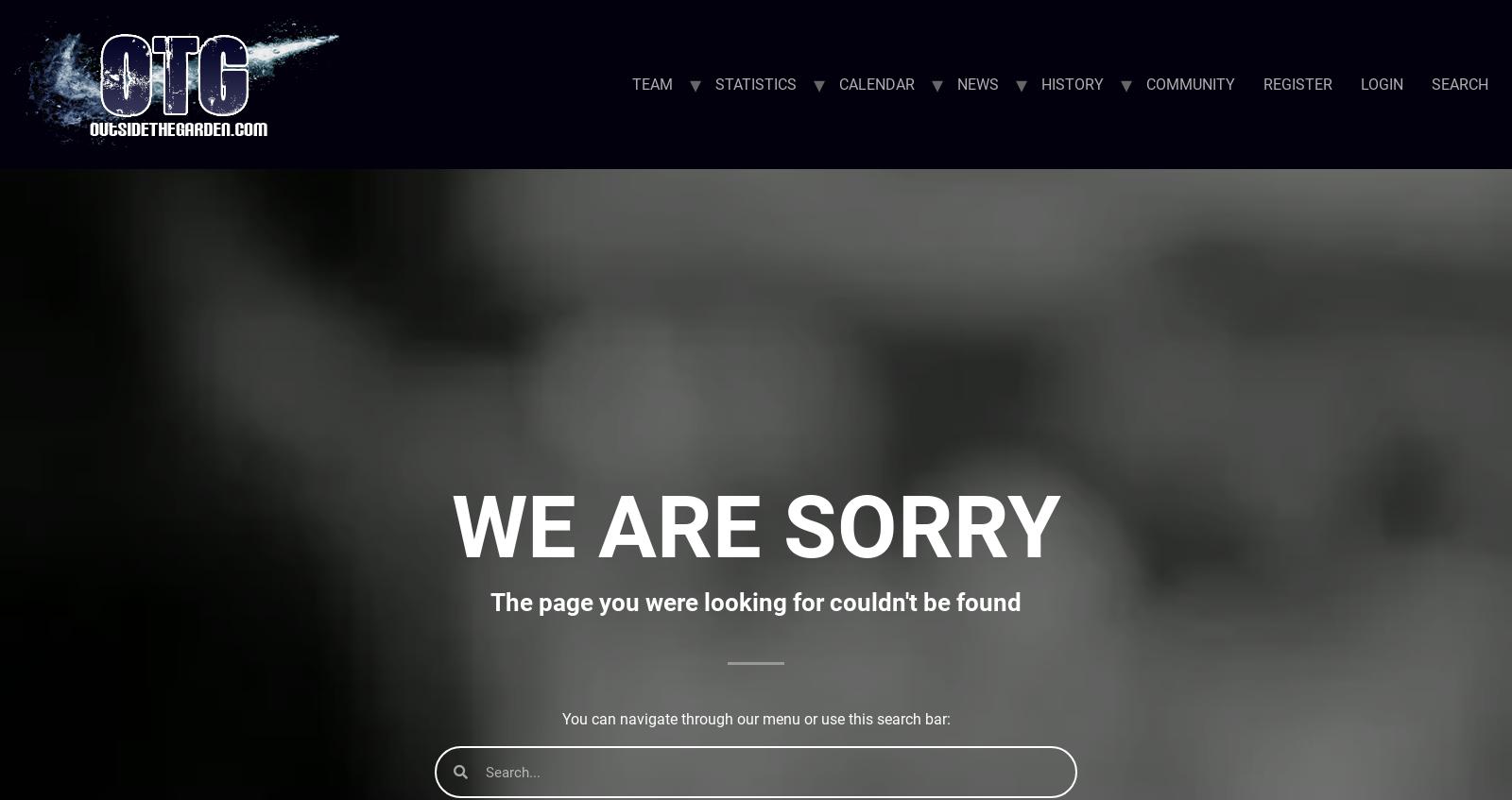 Image resolution: width=1512 pixels, height=800 pixels. I want to click on 'HISTORY', so click(1073, 83).